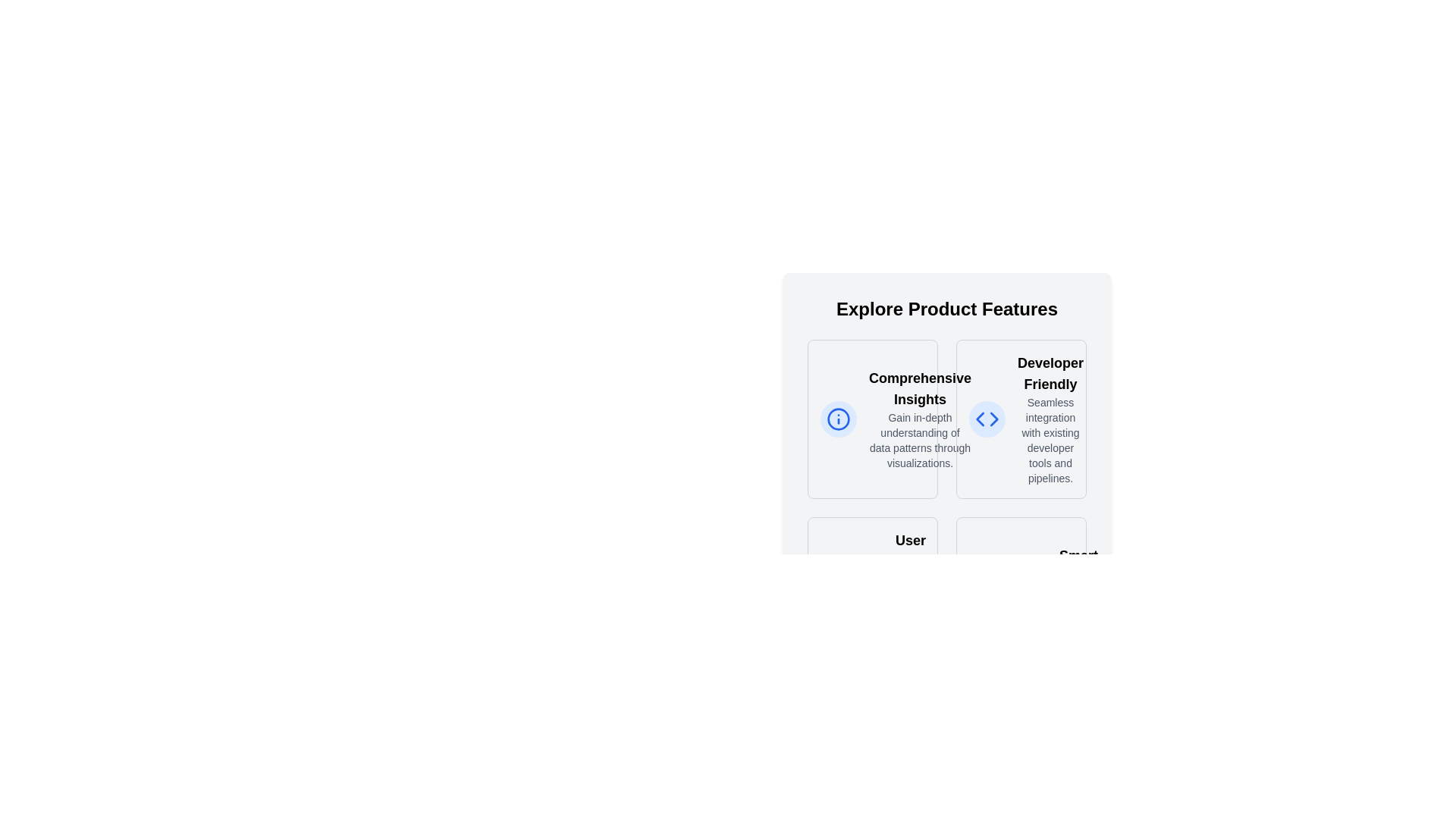  I want to click on static text that says 'Seamless integration with existing developer tools and pipelines.' located beneath the 'Developer Friendly' text within a card layout, so click(1050, 441).